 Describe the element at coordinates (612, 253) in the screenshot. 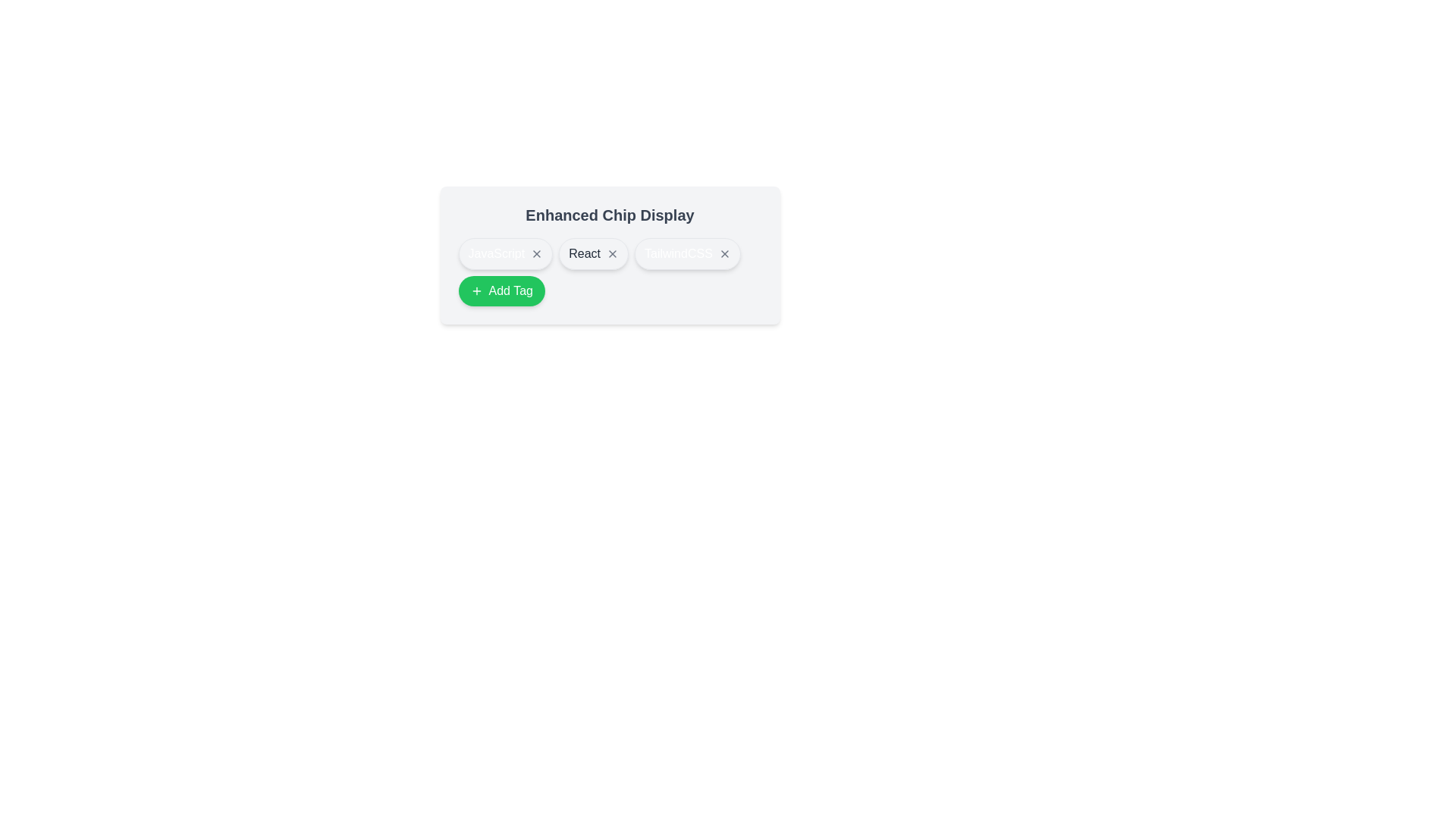

I see `the tag by clicking on the close icon of the tag with text React` at that location.